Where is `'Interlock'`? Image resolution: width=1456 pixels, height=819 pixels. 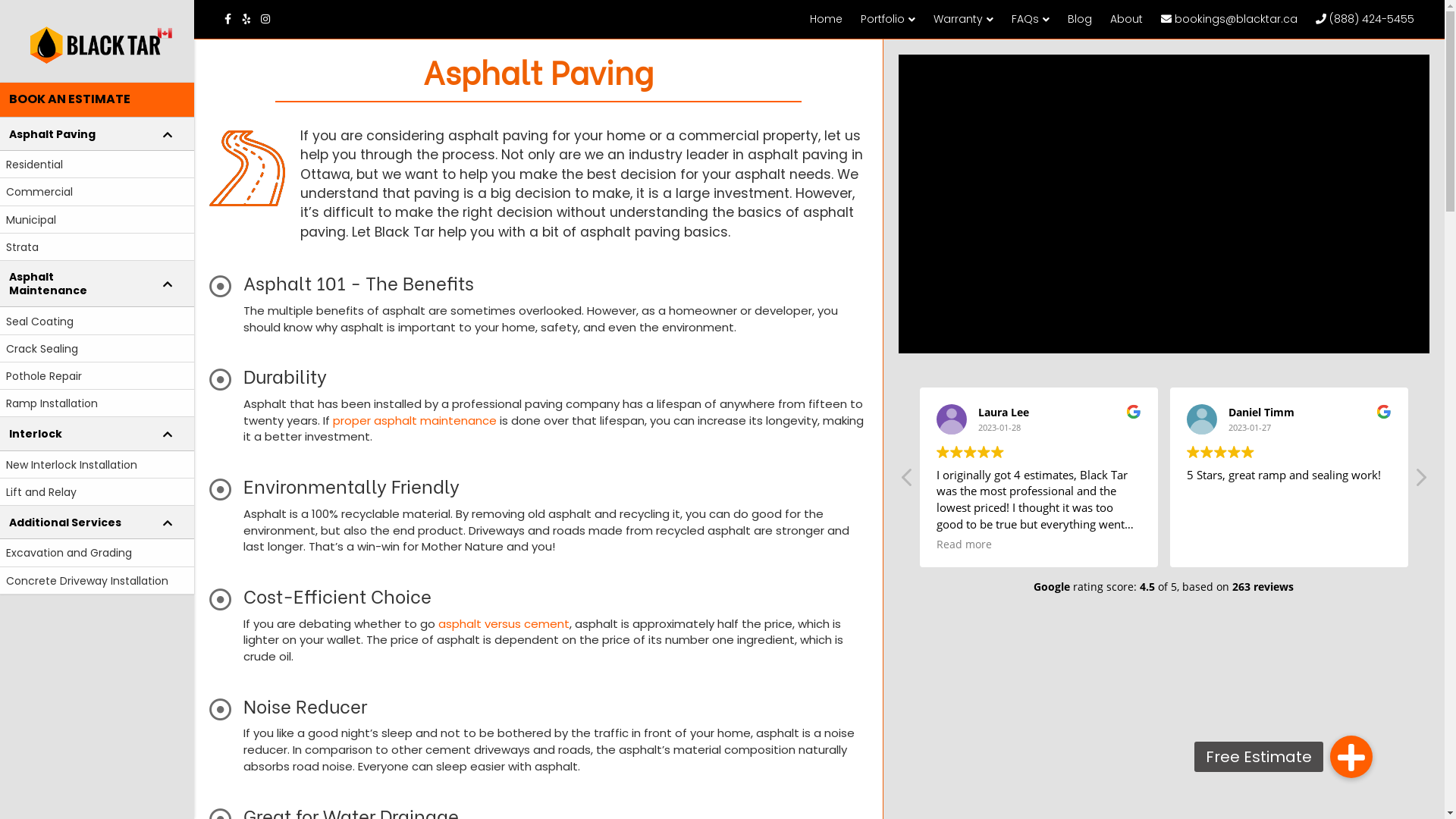
'Interlock' is located at coordinates (96, 433).